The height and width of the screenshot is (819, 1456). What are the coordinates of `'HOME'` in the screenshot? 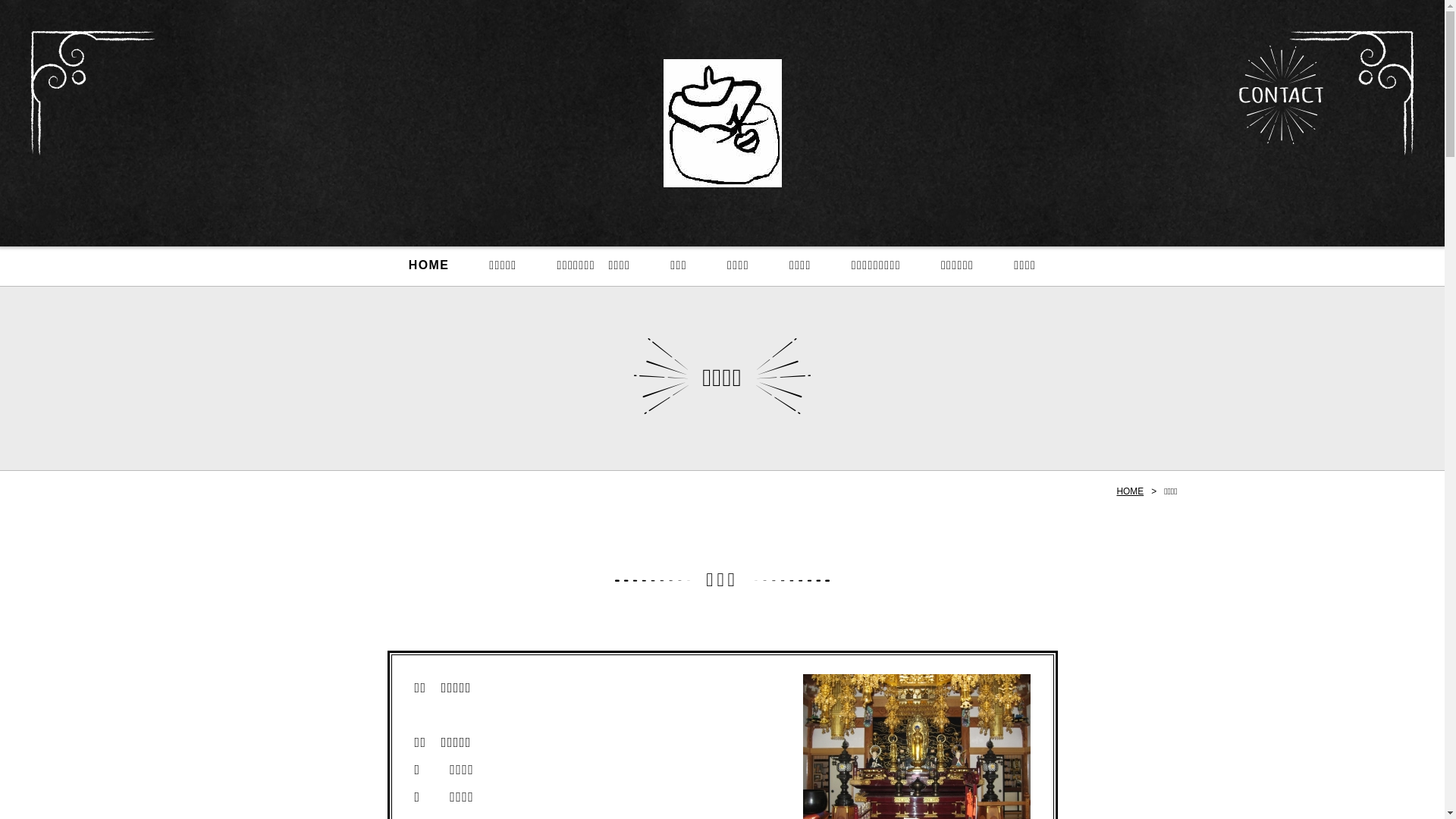 It's located at (1116, 491).